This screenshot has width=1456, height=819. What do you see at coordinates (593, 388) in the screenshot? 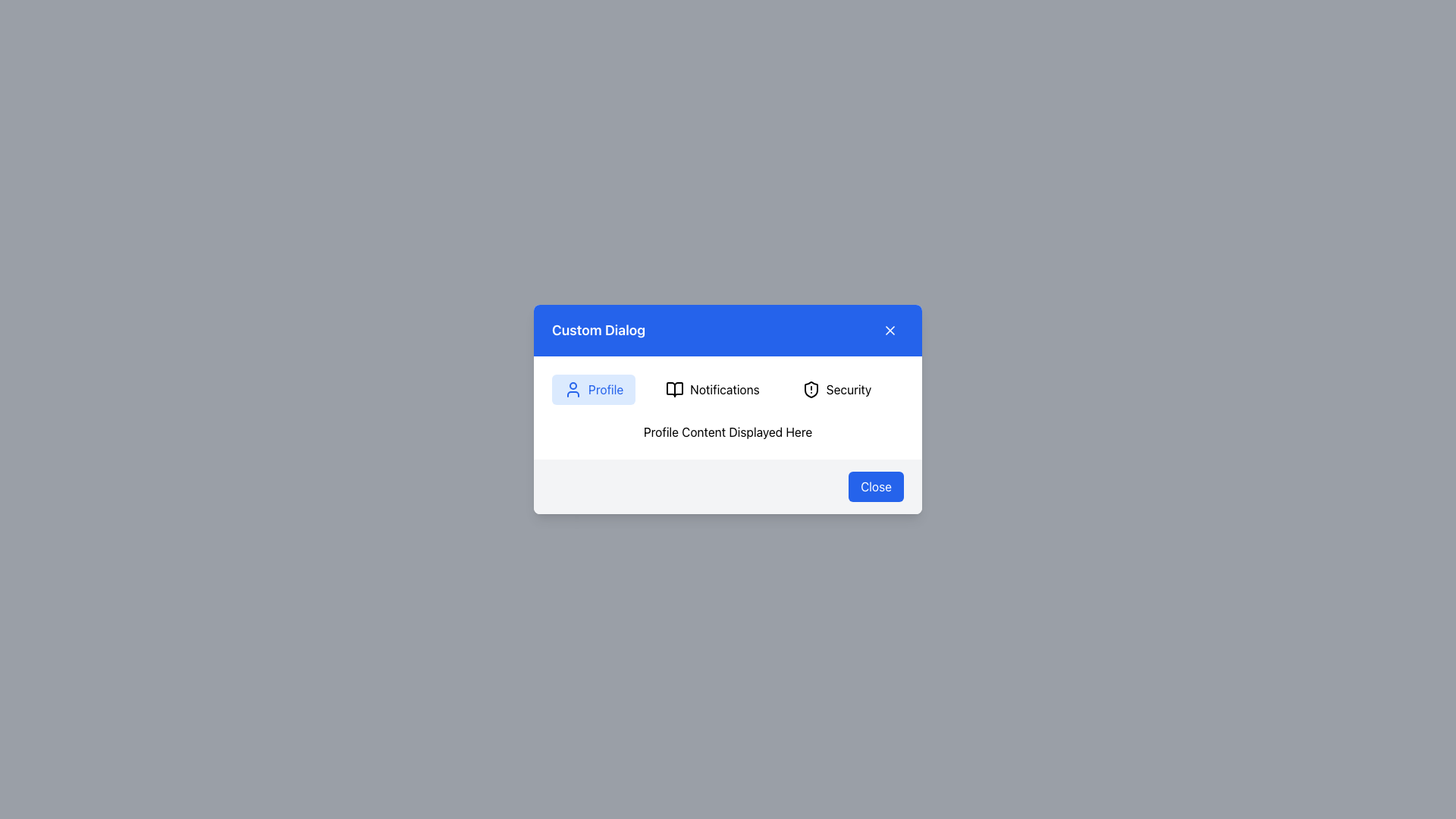
I see `the first button in the horizontal sequence` at bounding box center [593, 388].